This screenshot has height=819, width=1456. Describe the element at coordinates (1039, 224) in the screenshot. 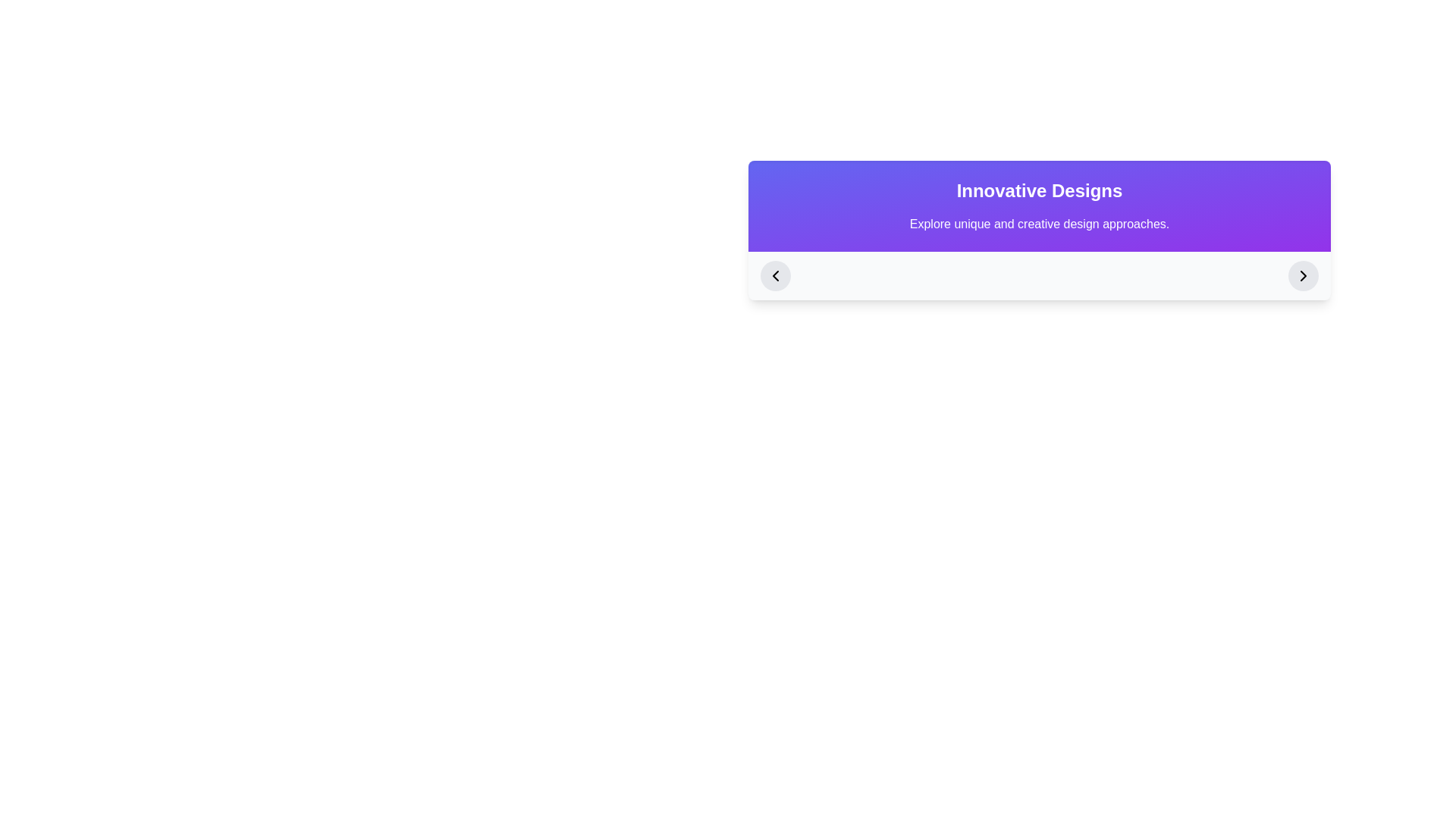

I see `static text displaying 'Explore unique and creative design approaches.' which is styled in white font on a gradient background and located below the 'Innovative Designs' heading` at that location.